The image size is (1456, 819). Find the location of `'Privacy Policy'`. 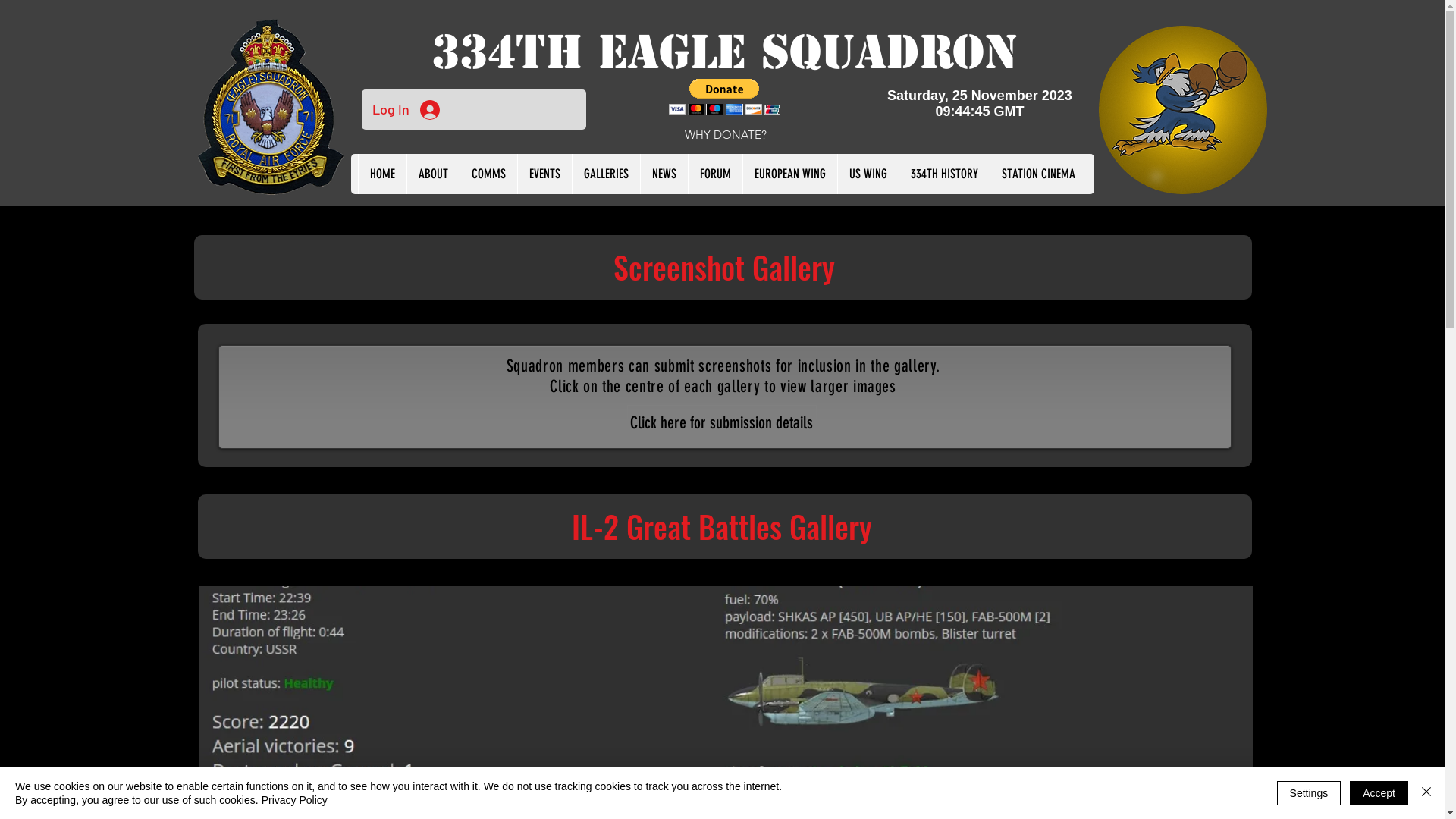

'Privacy Policy' is located at coordinates (294, 799).